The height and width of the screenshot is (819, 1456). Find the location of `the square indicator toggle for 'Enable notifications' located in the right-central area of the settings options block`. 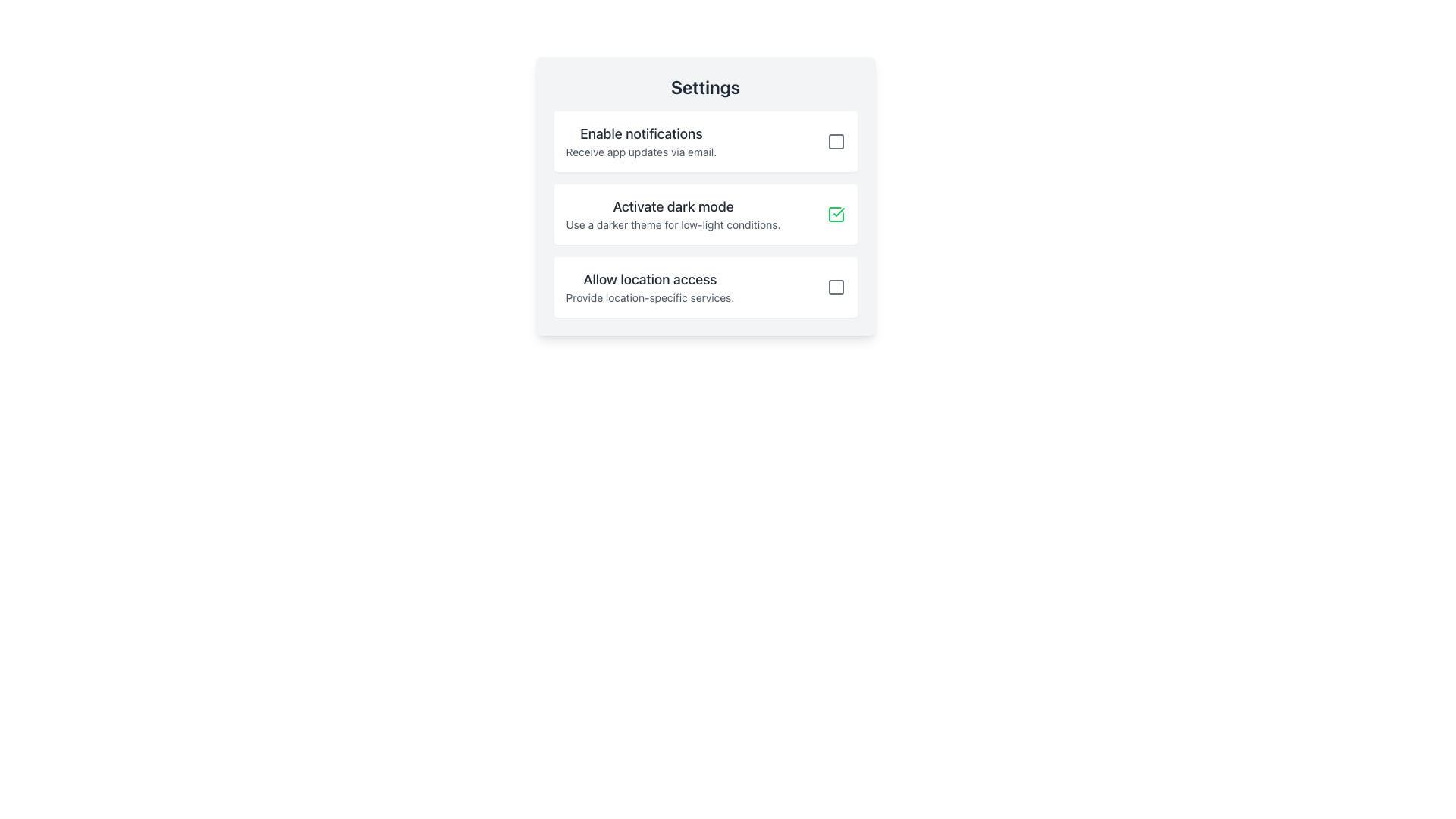

the square indicator toggle for 'Enable notifications' located in the right-central area of the settings options block is located at coordinates (835, 141).